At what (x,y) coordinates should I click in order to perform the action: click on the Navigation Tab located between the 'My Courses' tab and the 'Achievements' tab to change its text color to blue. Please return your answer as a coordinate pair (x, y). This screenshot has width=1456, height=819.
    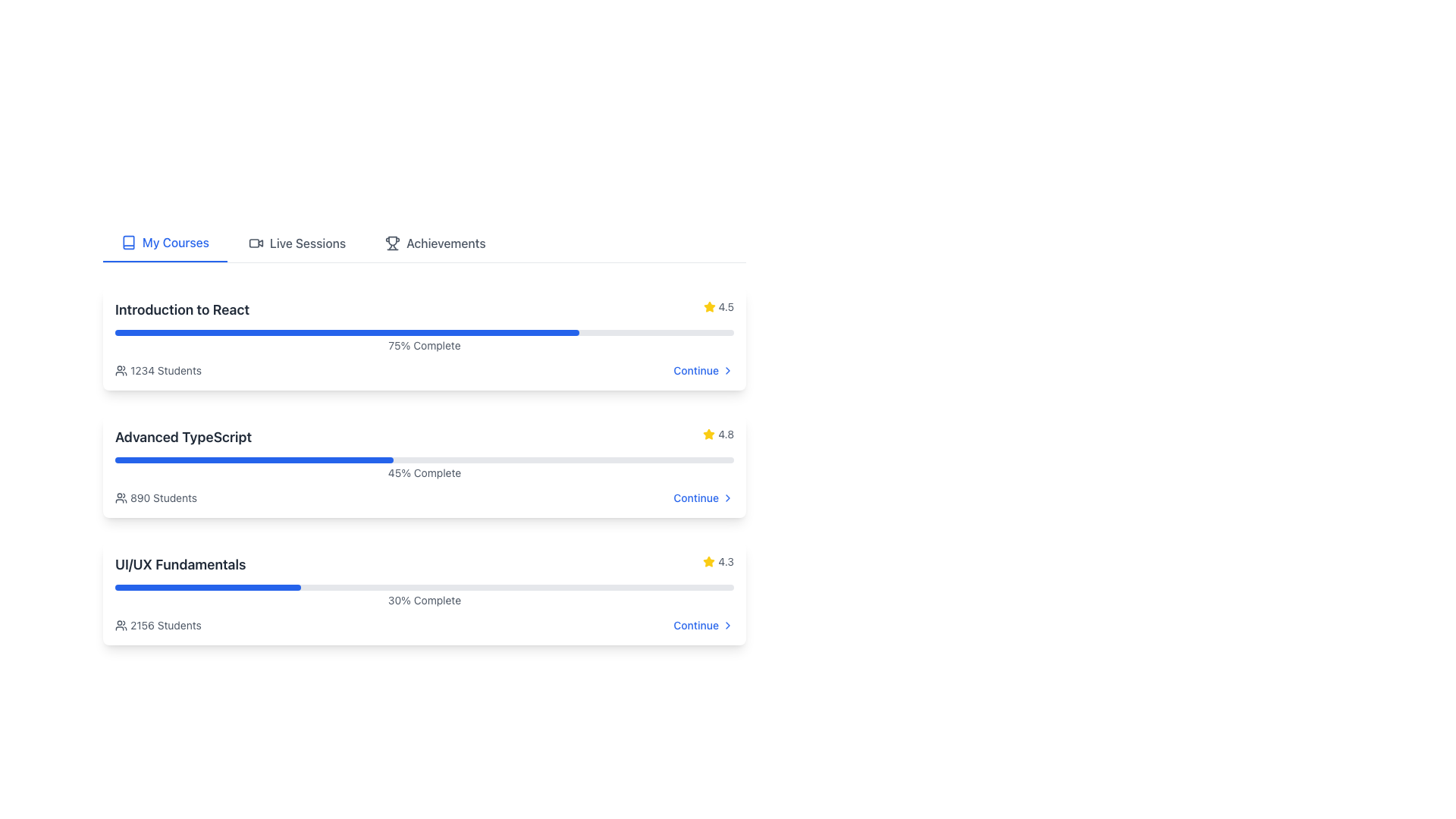
    Looking at the image, I should click on (297, 242).